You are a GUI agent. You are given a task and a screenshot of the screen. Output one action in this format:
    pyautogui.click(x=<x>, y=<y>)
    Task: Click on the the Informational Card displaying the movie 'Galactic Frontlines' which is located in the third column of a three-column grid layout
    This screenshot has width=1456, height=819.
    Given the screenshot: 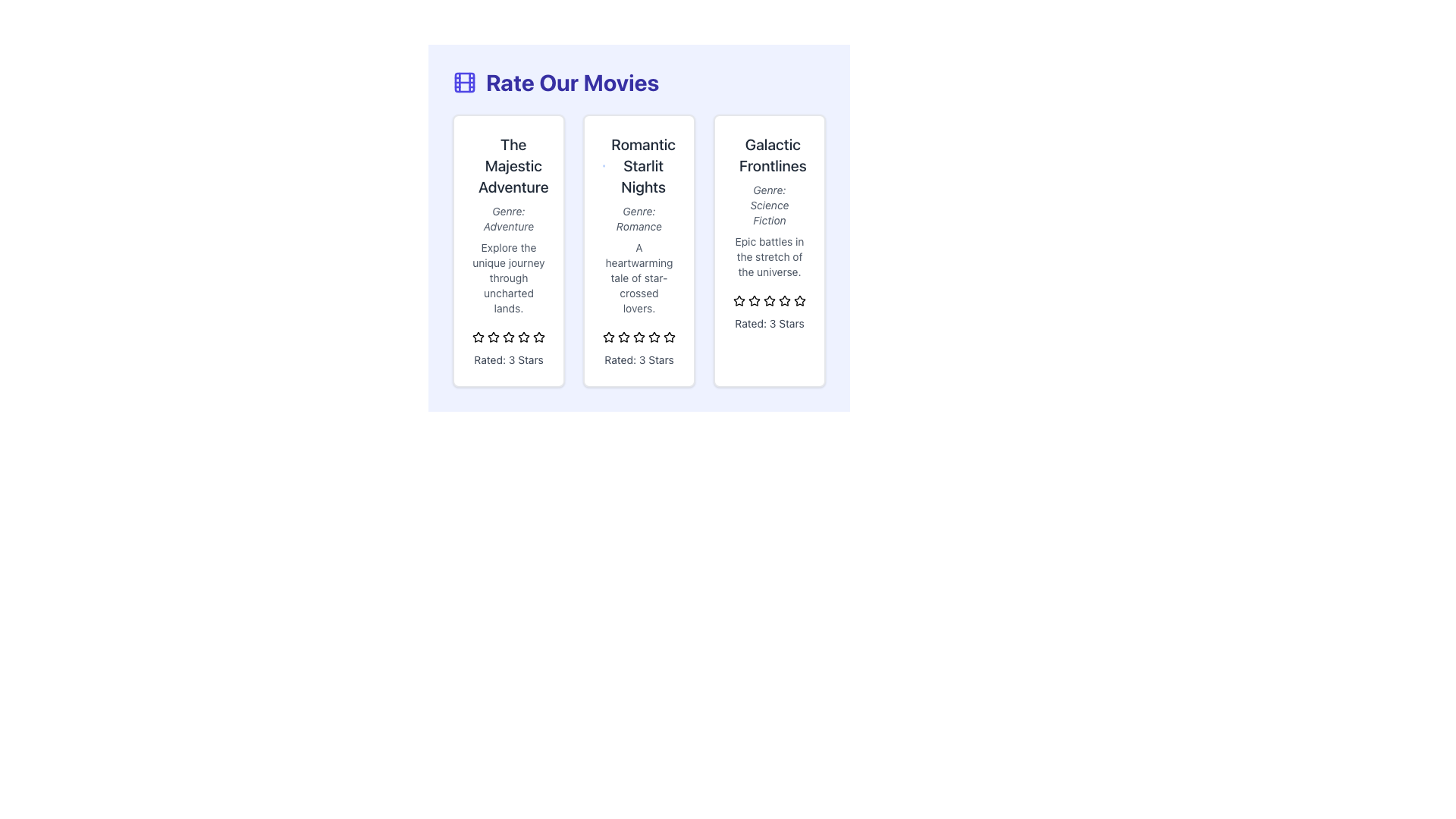 What is the action you would take?
    pyautogui.click(x=769, y=250)
    